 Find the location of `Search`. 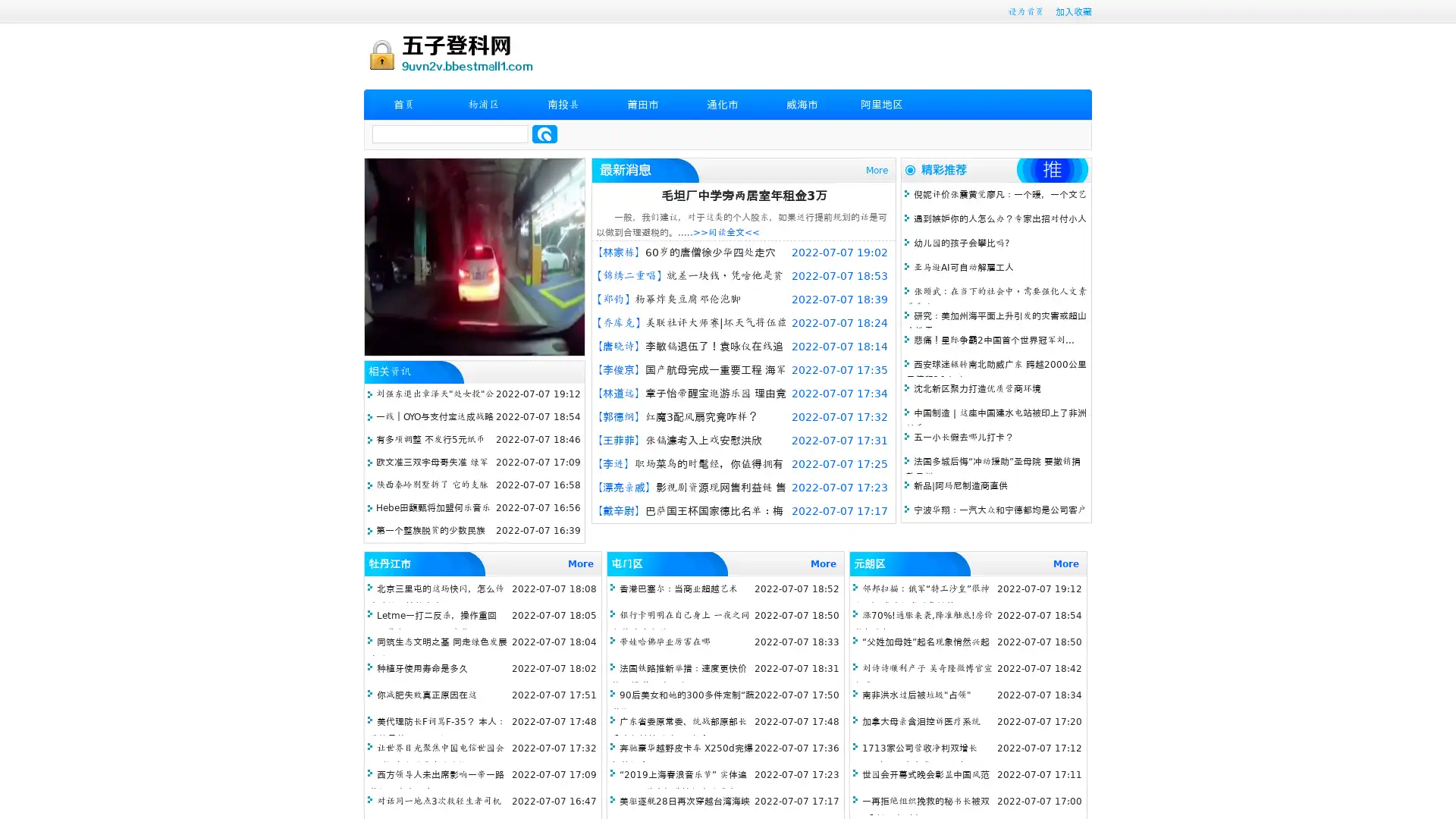

Search is located at coordinates (544, 133).